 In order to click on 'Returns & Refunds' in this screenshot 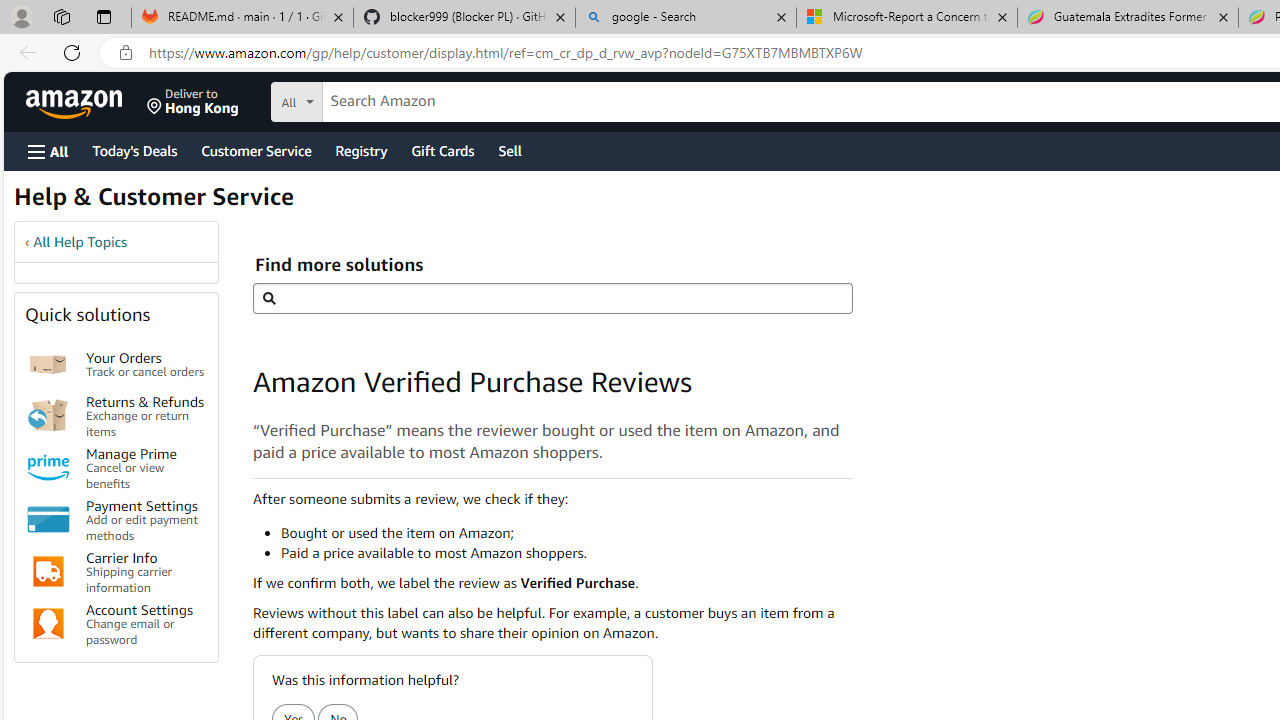, I will do `click(48, 414)`.